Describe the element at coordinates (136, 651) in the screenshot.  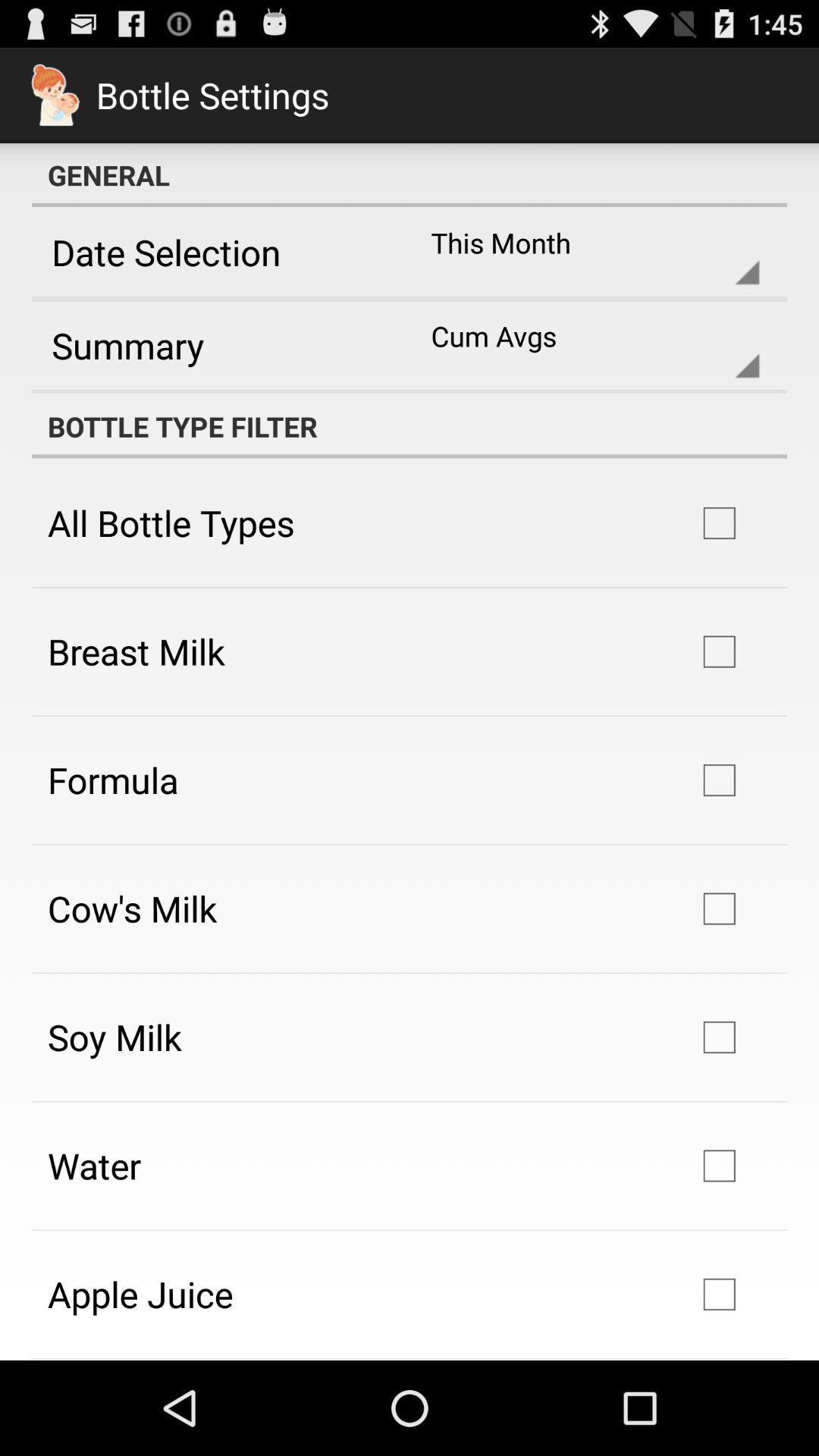
I see `the breast milk` at that location.